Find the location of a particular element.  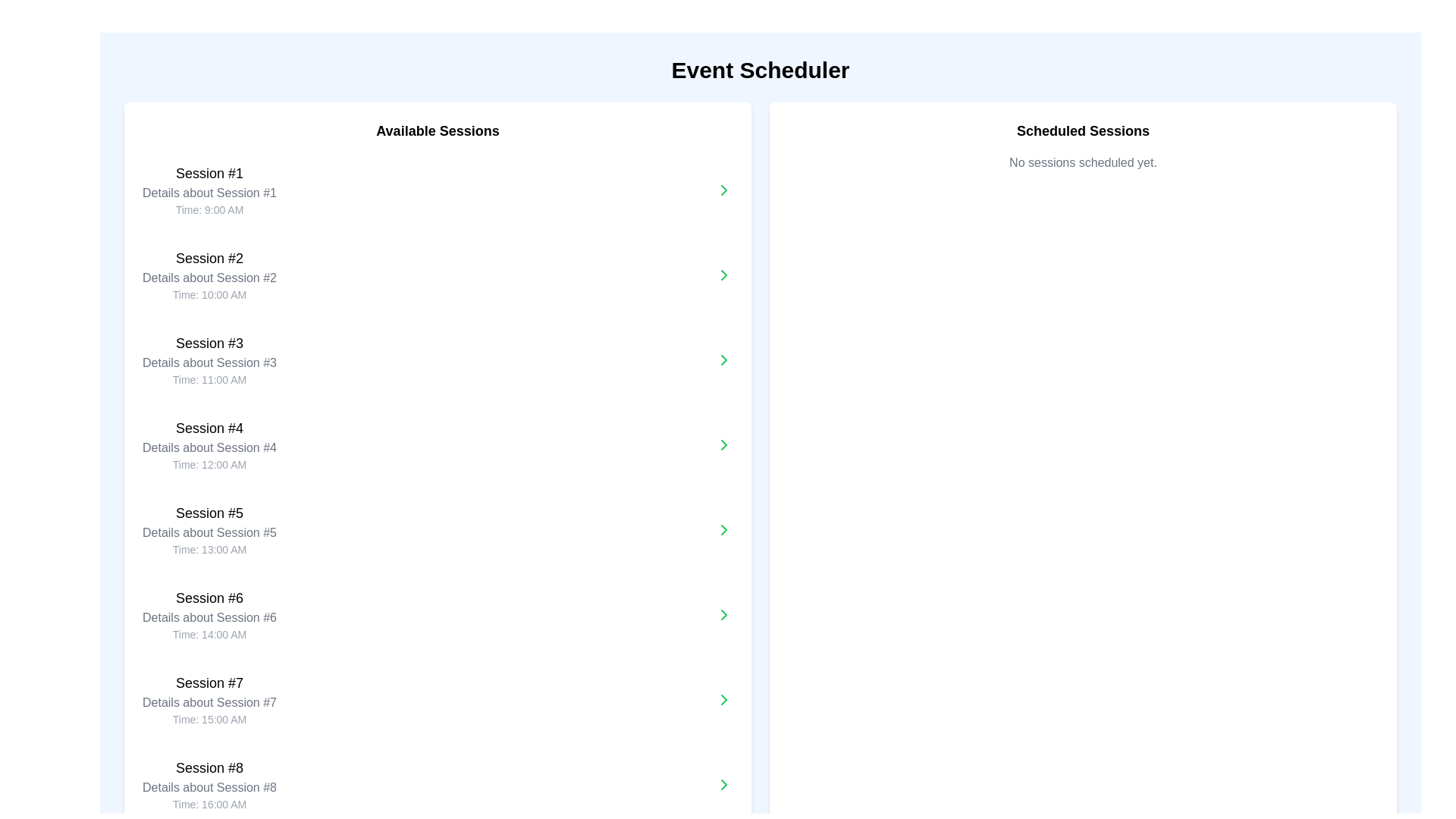

the informational summary text block for 'Session #4' is located at coordinates (209, 444).